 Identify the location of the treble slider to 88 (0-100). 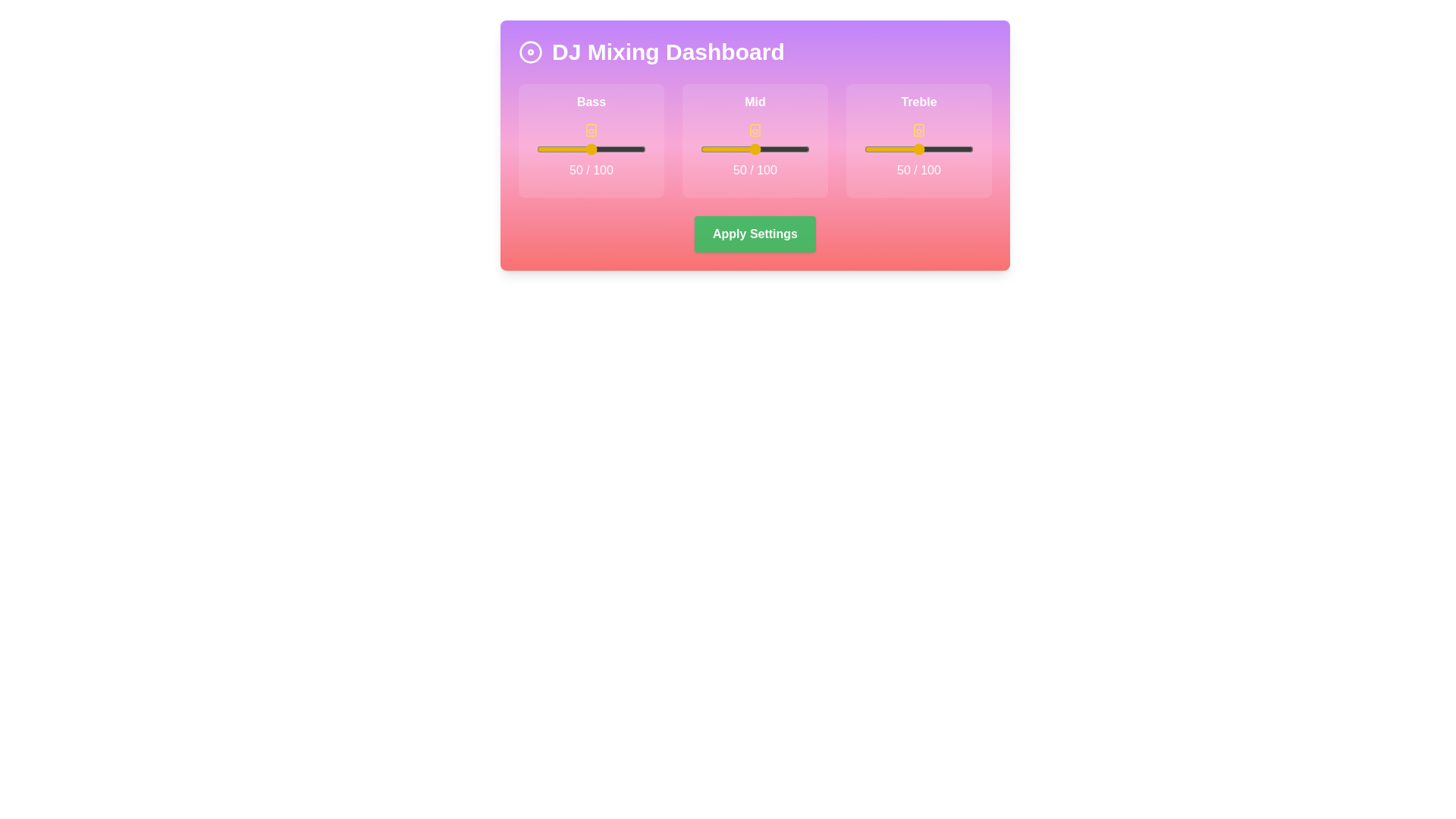
(959, 149).